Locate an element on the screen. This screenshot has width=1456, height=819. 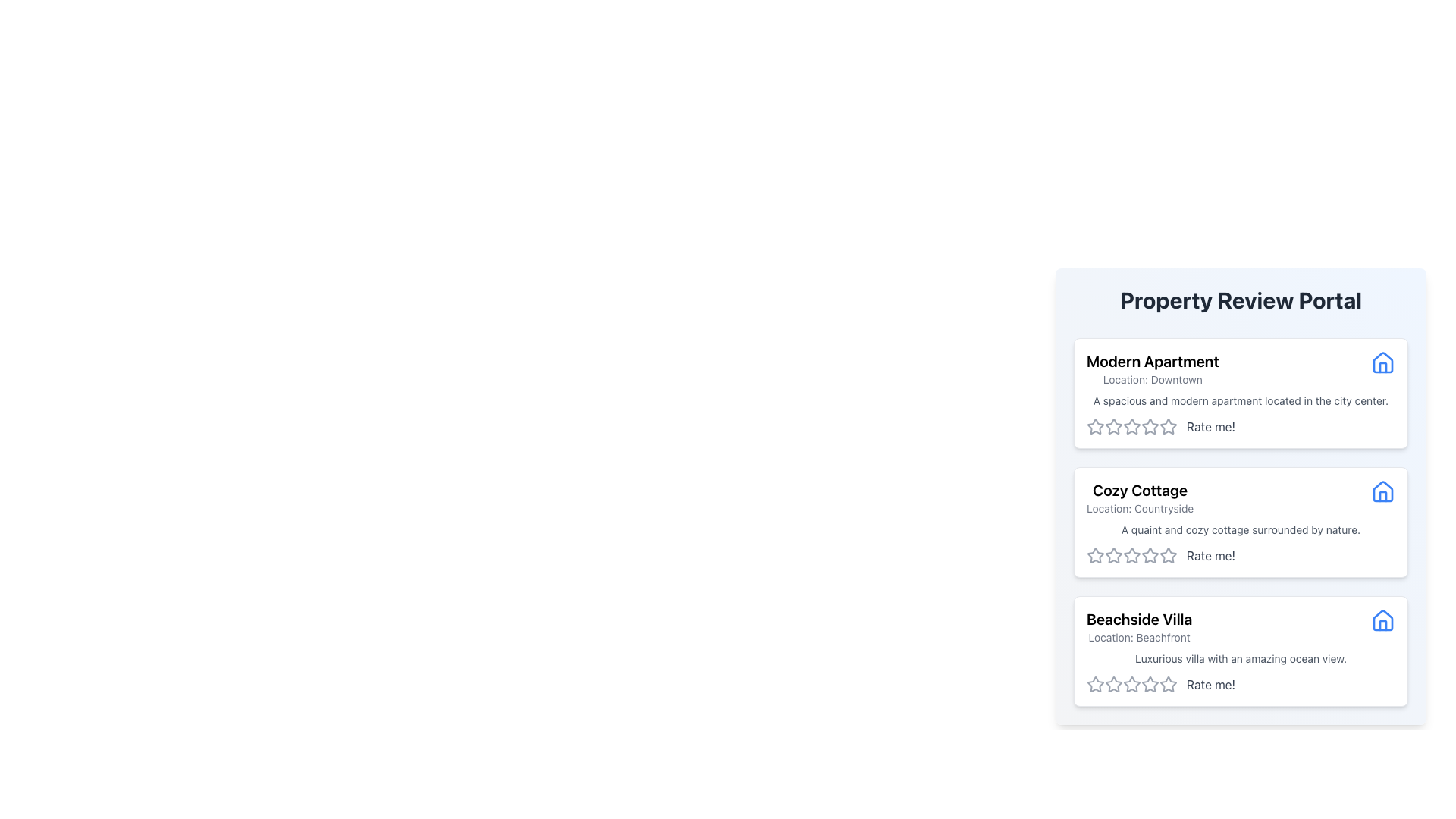
the text label displaying 'Rate me!' in gray color located on the far right of the review section for the 'Cozy Cottage' property, adjacent to the star icons is located at coordinates (1210, 555).